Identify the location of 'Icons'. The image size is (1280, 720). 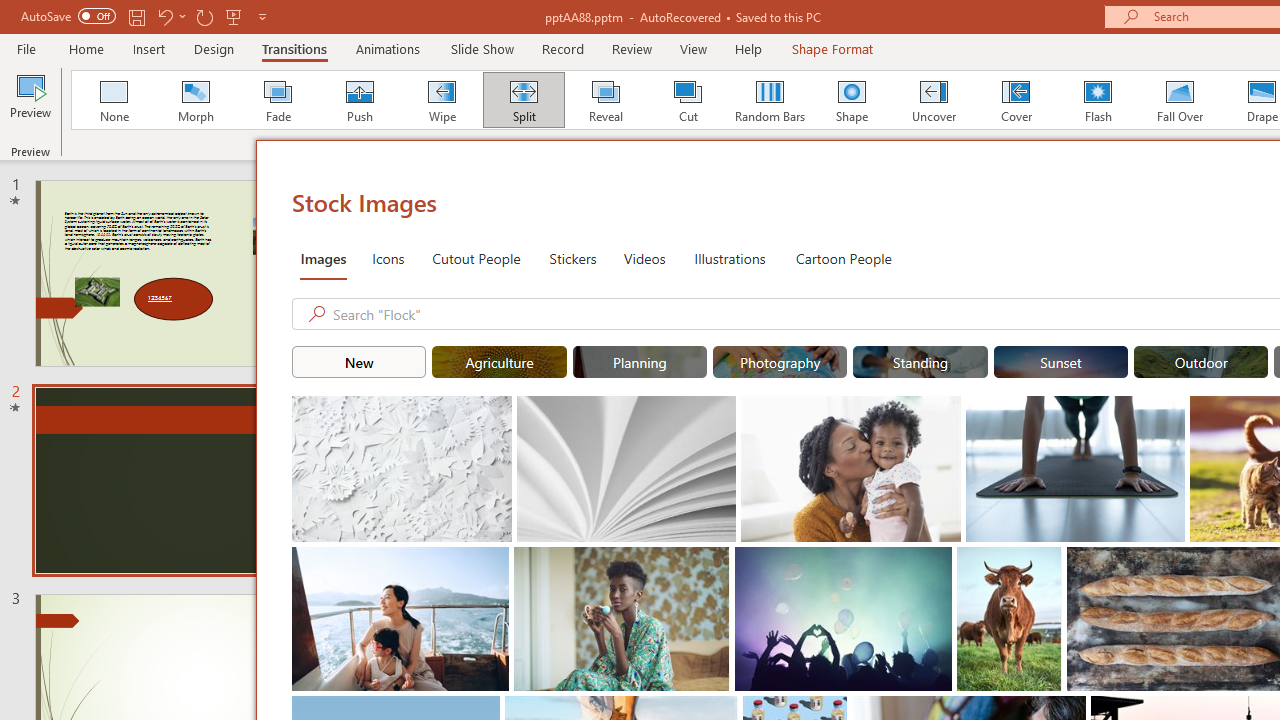
(388, 257).